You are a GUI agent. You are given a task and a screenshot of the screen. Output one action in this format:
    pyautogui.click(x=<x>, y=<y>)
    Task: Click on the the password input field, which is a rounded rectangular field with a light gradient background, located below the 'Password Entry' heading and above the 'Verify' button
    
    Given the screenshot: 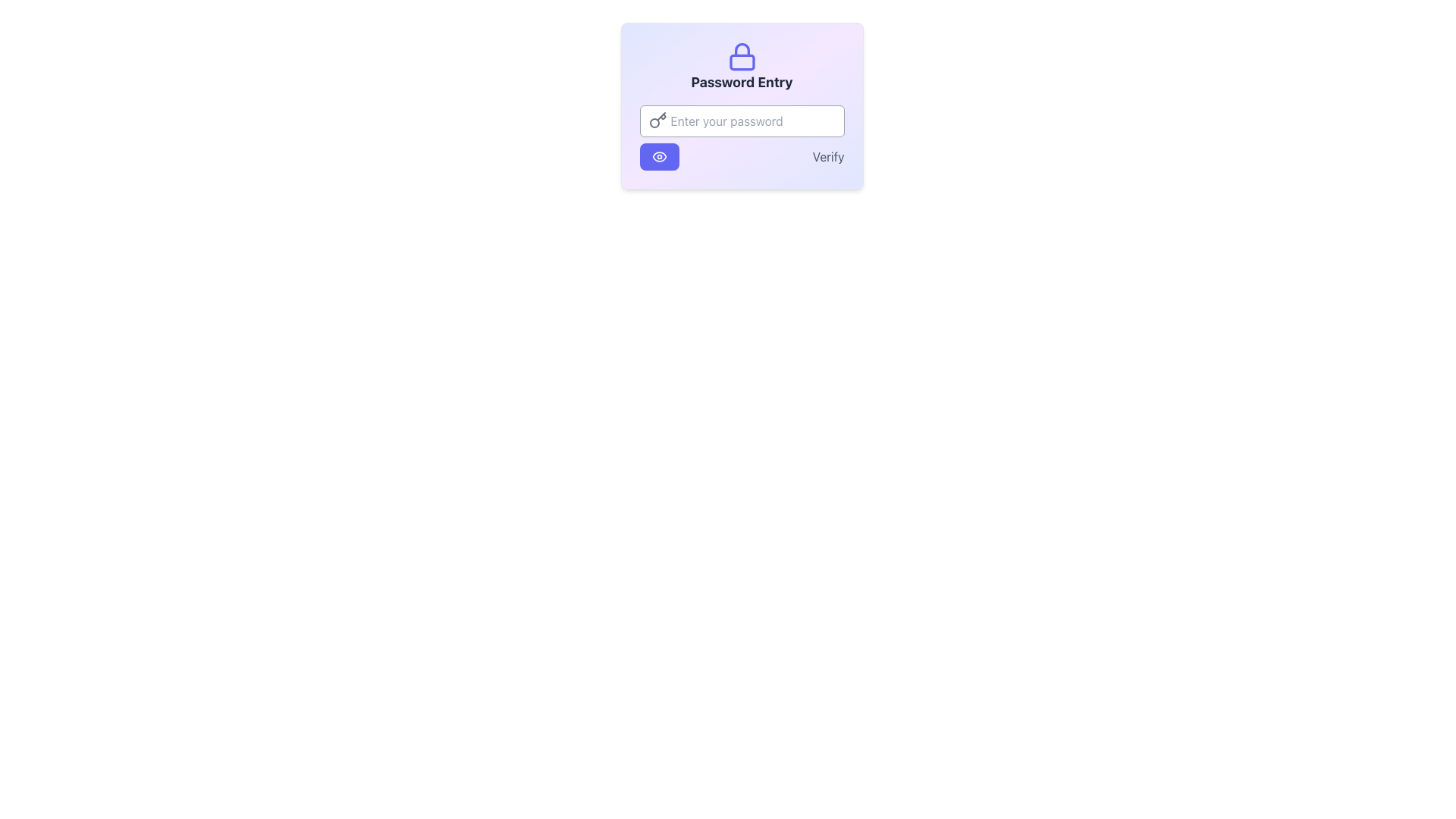 What is the action you would take?
    pyautogui.click(x=742, y=105)
    